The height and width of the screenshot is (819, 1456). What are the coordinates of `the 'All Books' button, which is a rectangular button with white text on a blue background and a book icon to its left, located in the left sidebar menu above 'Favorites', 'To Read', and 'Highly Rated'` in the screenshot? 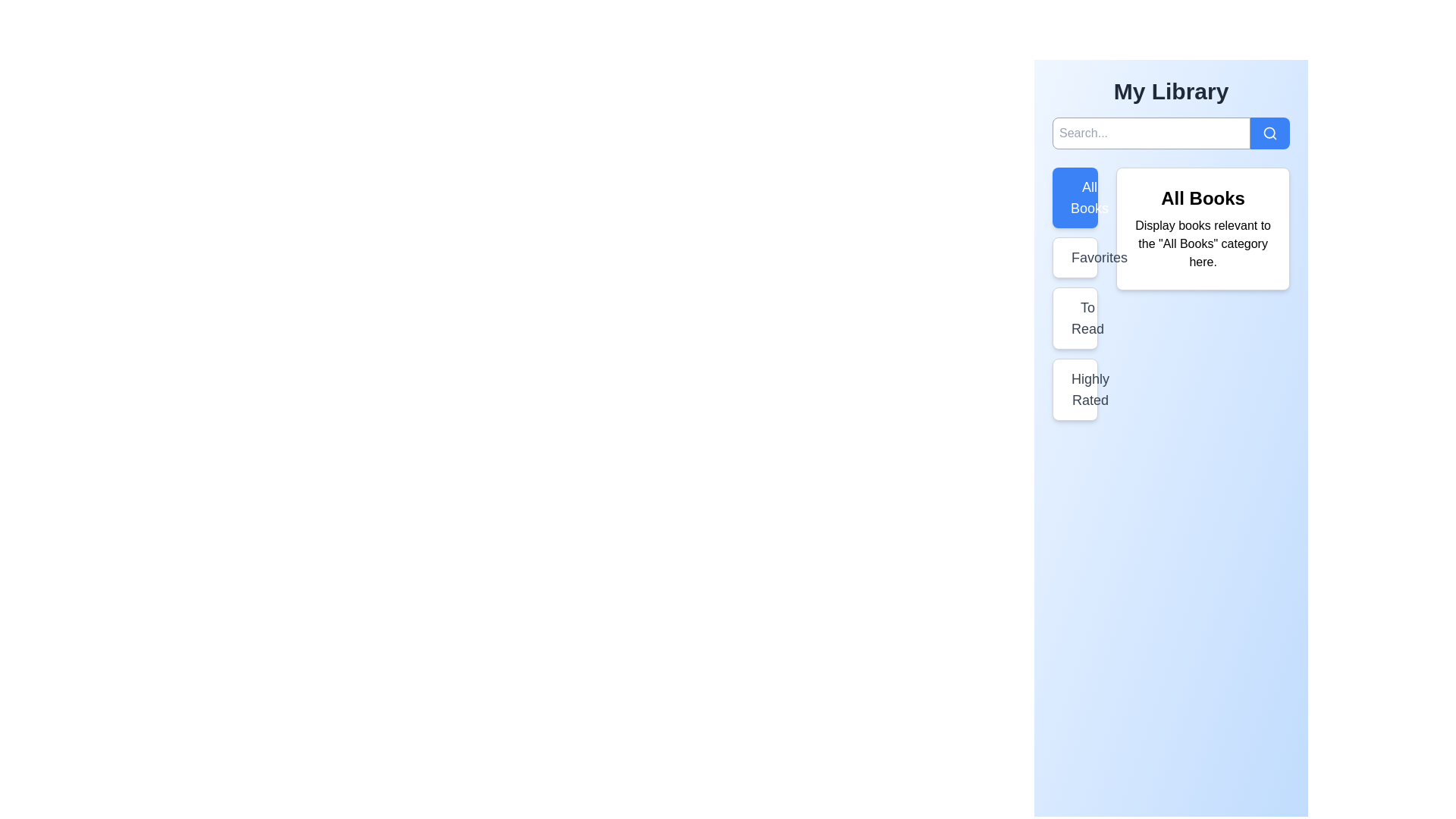 It's located at (1075, 197).